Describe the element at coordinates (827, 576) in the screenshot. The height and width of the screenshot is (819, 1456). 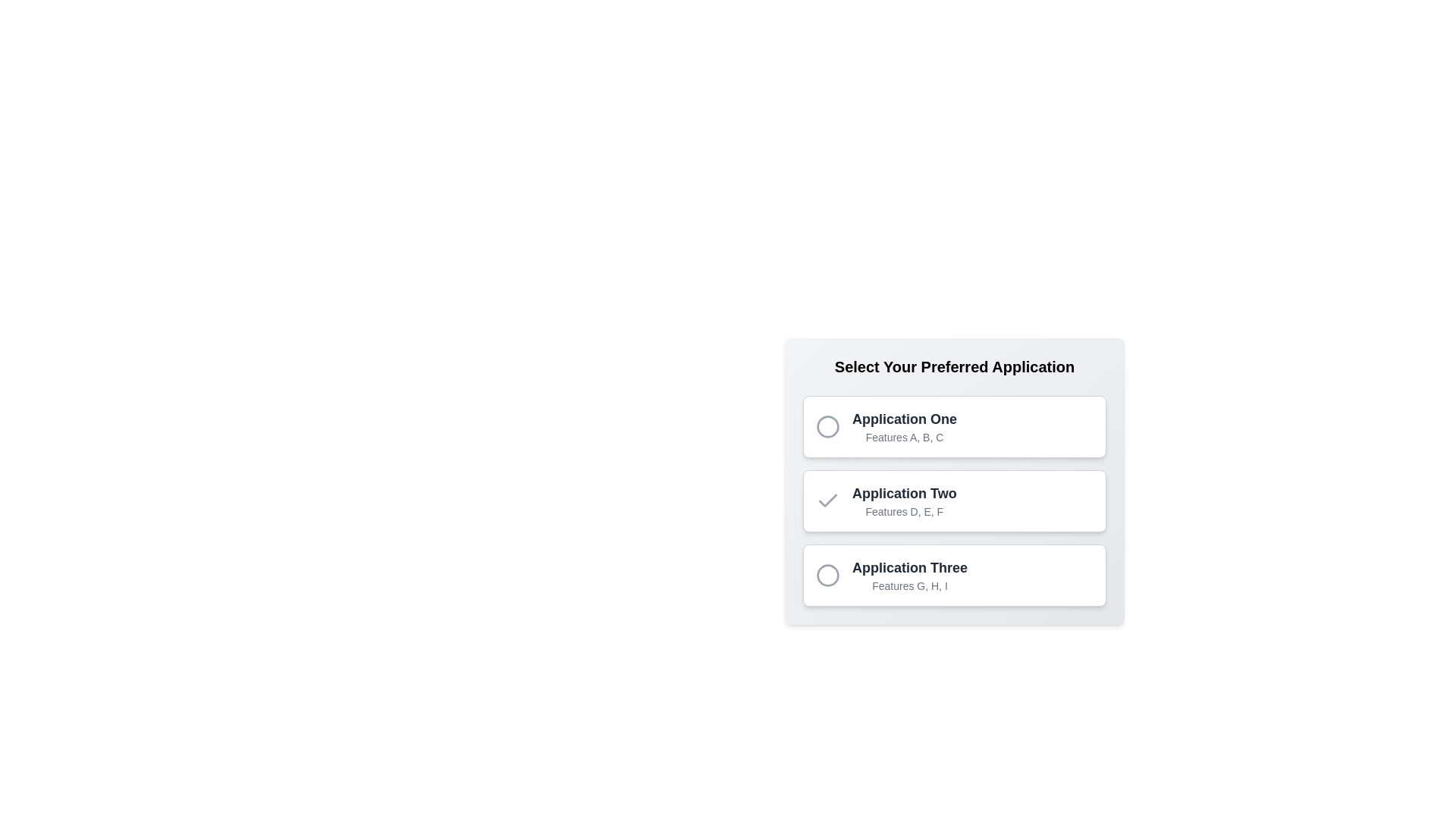
I see `the Circular interactive icon associated with 'Application Three'` at that location.